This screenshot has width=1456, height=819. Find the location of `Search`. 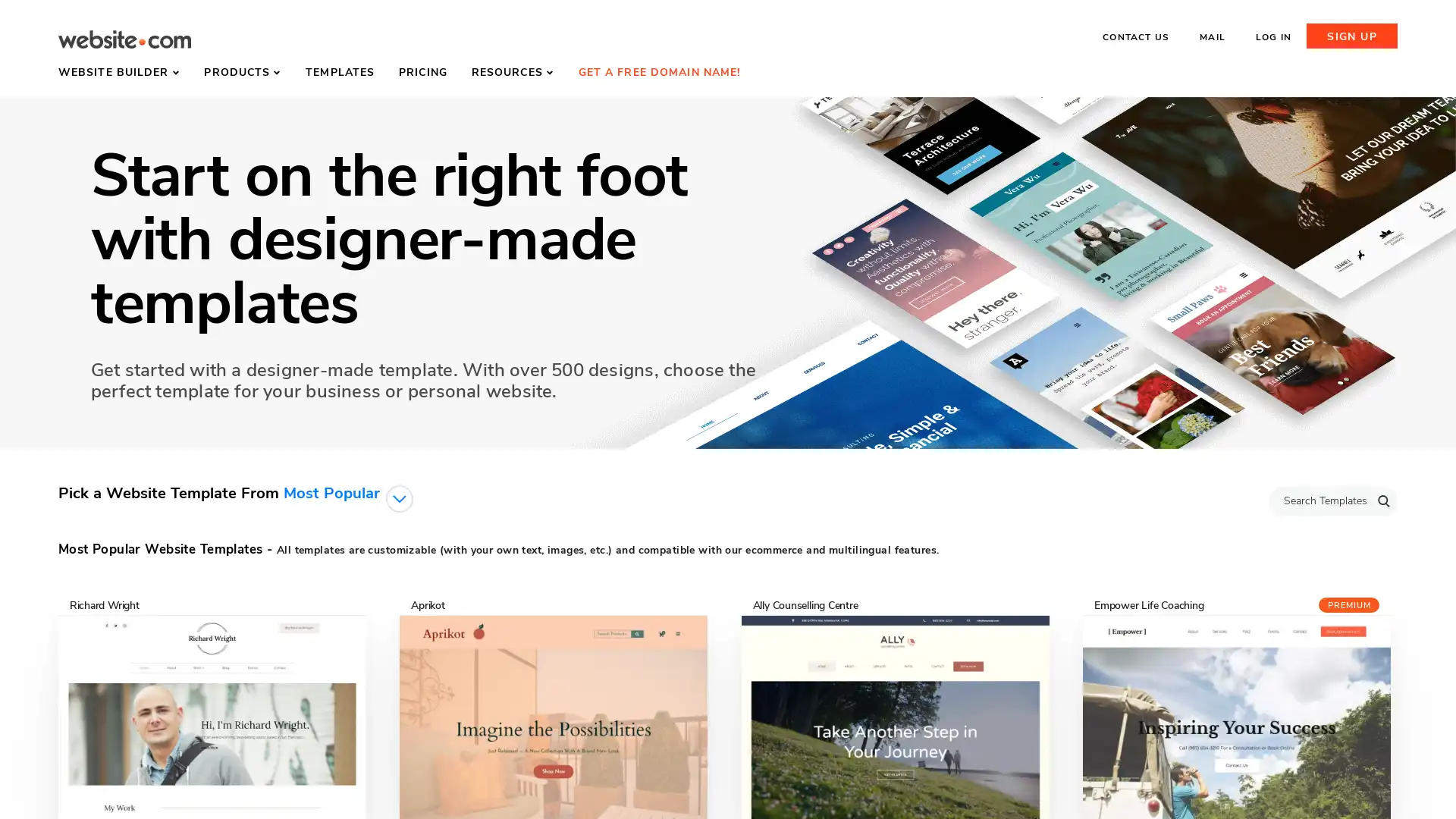

Search is located at coordinates (1383, 500).